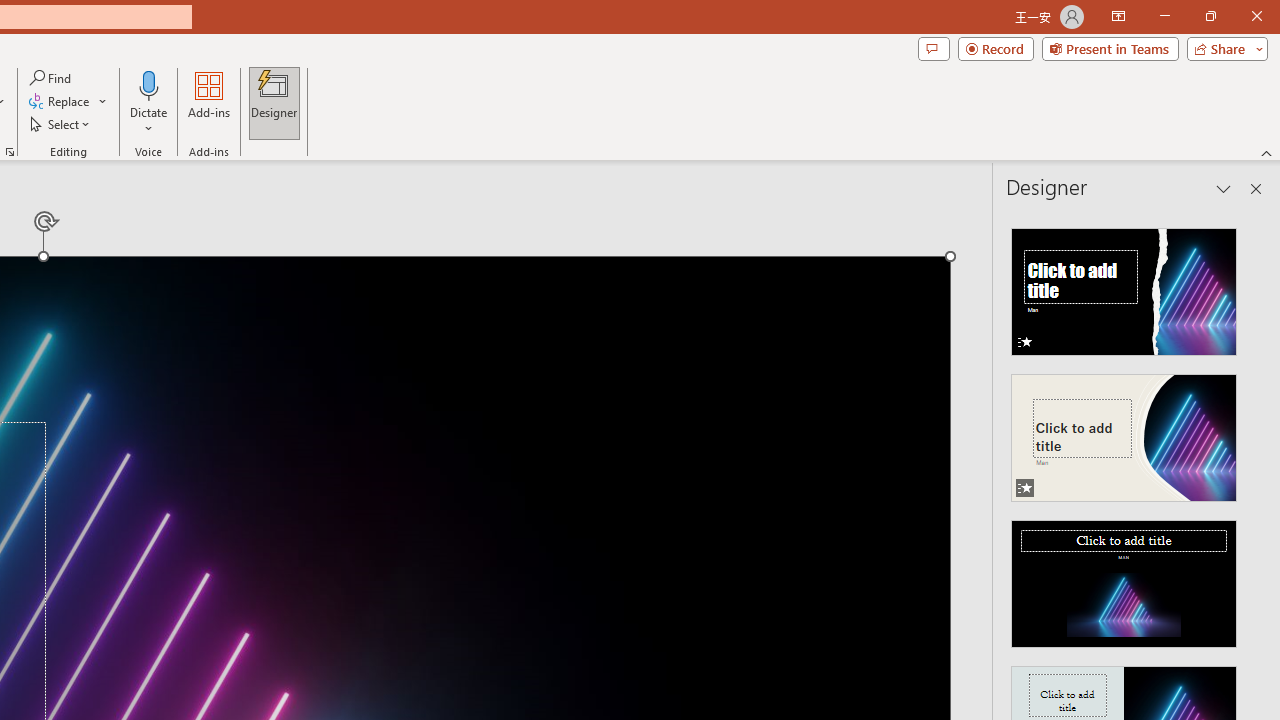  What do you see at coordinates (1124, 286) in the screenshot?
I see `'Recommended Design: Animation'` at bounding box center [1124, 286].